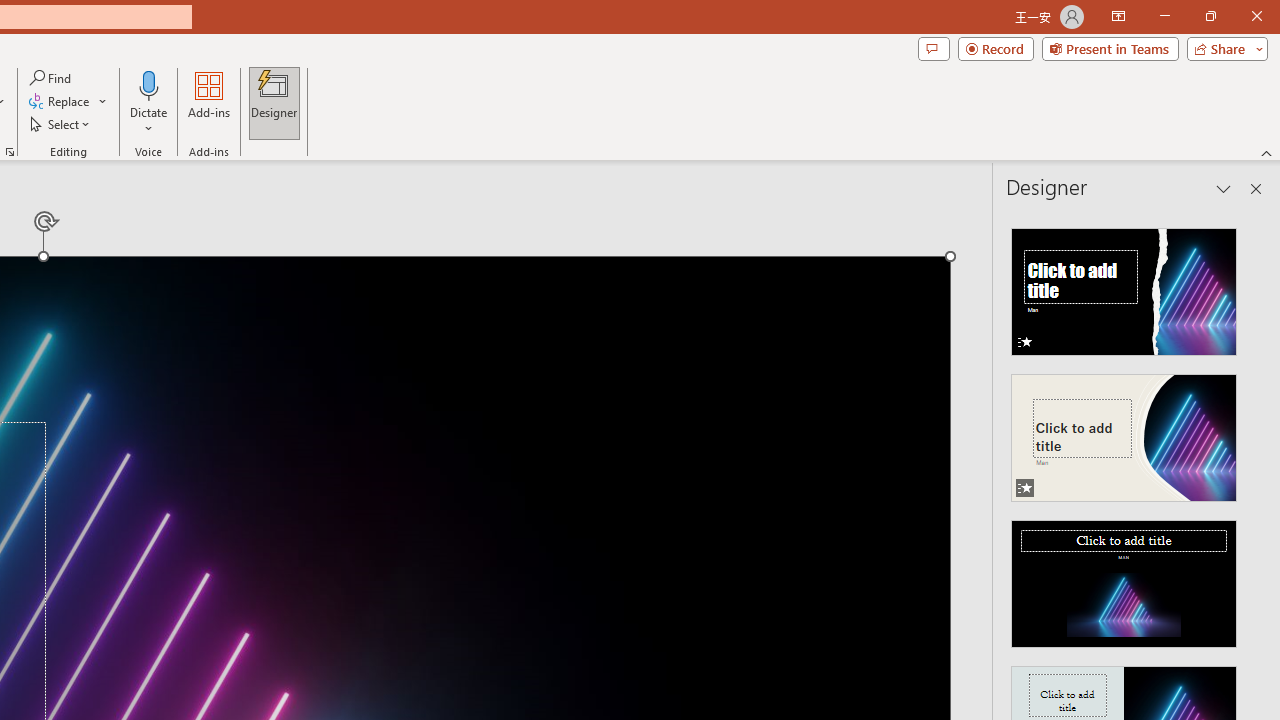  What do you see at coordinates (1124, 286) in the screenshot?
I see `'Recommended Design: Animation'` at bounding box center [1124, 286].